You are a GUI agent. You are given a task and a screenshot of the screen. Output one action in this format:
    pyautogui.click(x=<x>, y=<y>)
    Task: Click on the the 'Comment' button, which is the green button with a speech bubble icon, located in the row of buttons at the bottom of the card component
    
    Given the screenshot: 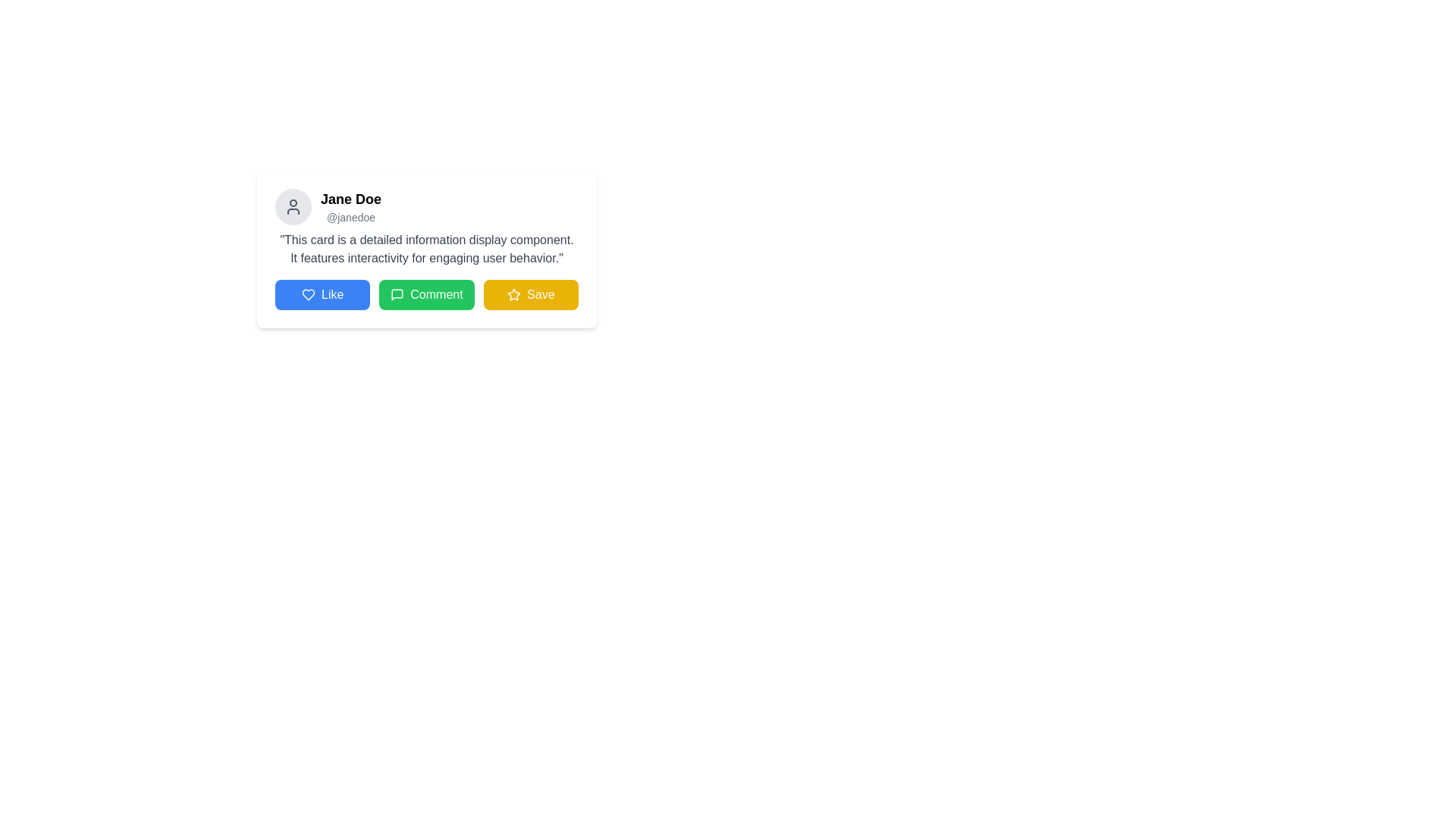 What is the action you would take?
    pyautogui.click(x=425, y=295)
    